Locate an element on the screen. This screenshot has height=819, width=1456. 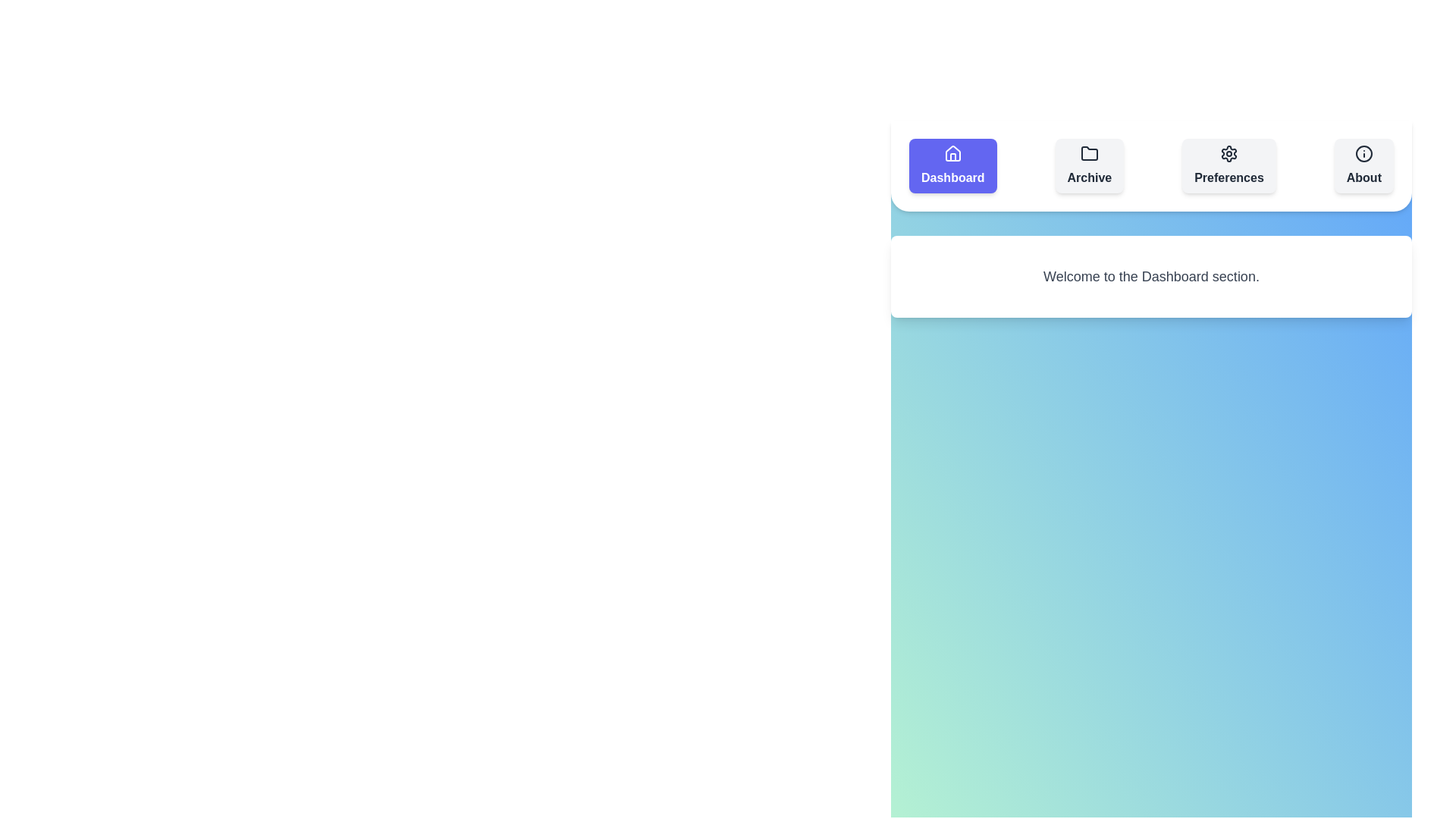
the section button labeled Dashboard to switch to that section is located at coordinates (952, 166).